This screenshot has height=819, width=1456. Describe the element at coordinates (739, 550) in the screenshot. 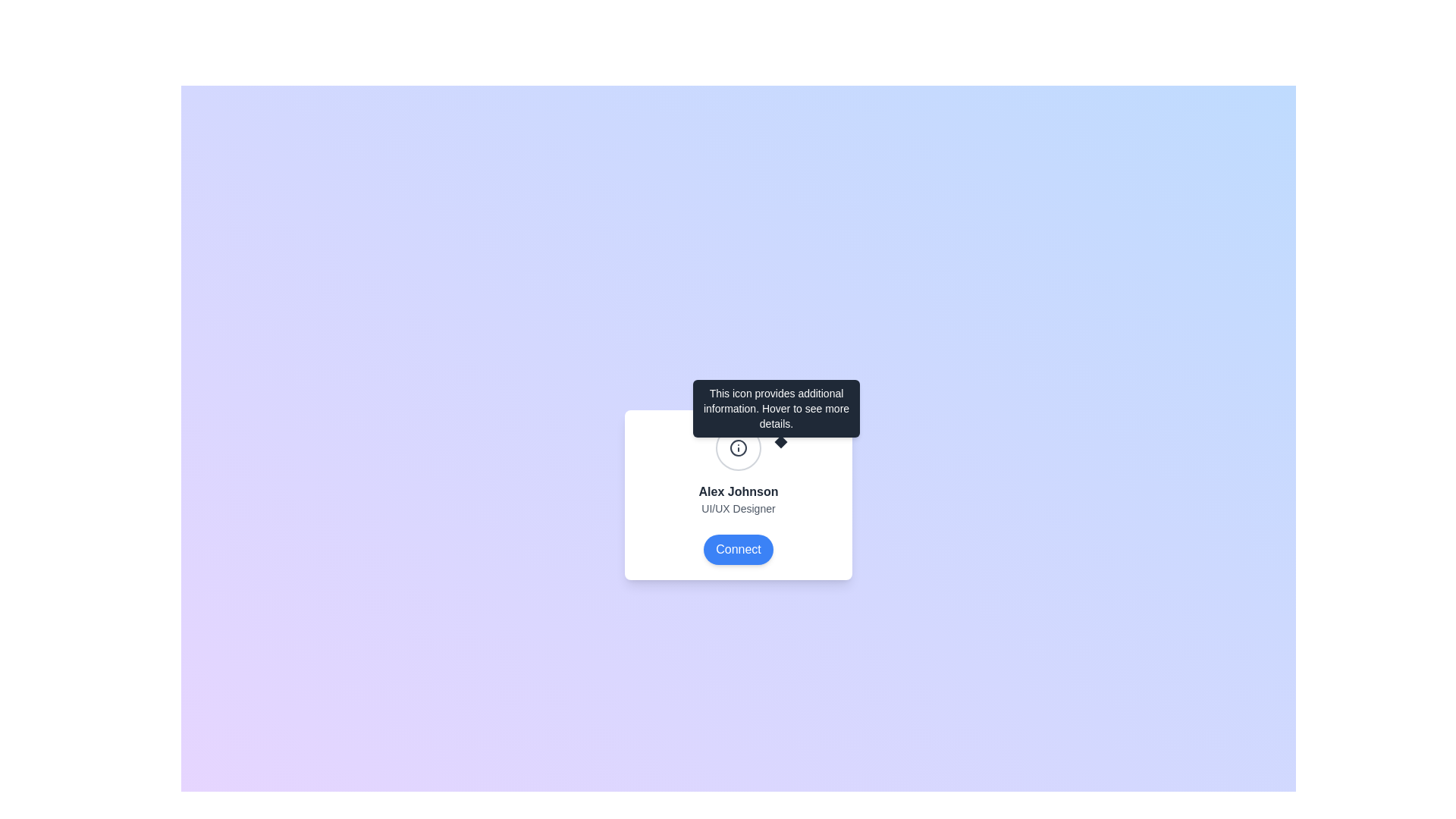

I see `the connection button located at the bottom center of the card element for 'Alex Johnson' to initiate a connection action` at that location.